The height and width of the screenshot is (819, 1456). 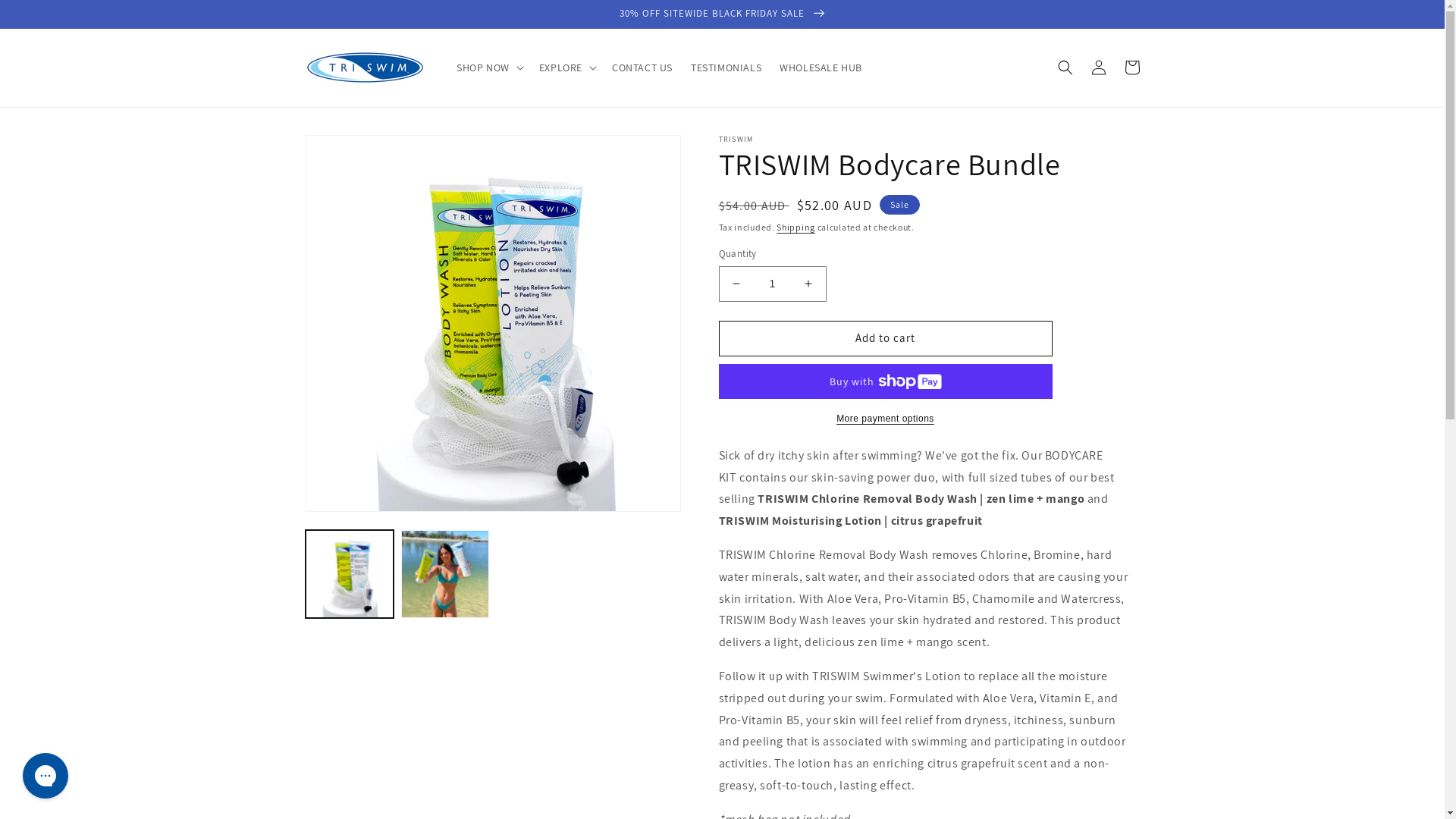 What do you see at coordinates (642, 66) in the screenshot?
I see `'CONTACT US'` at bounding box center [642, 66].